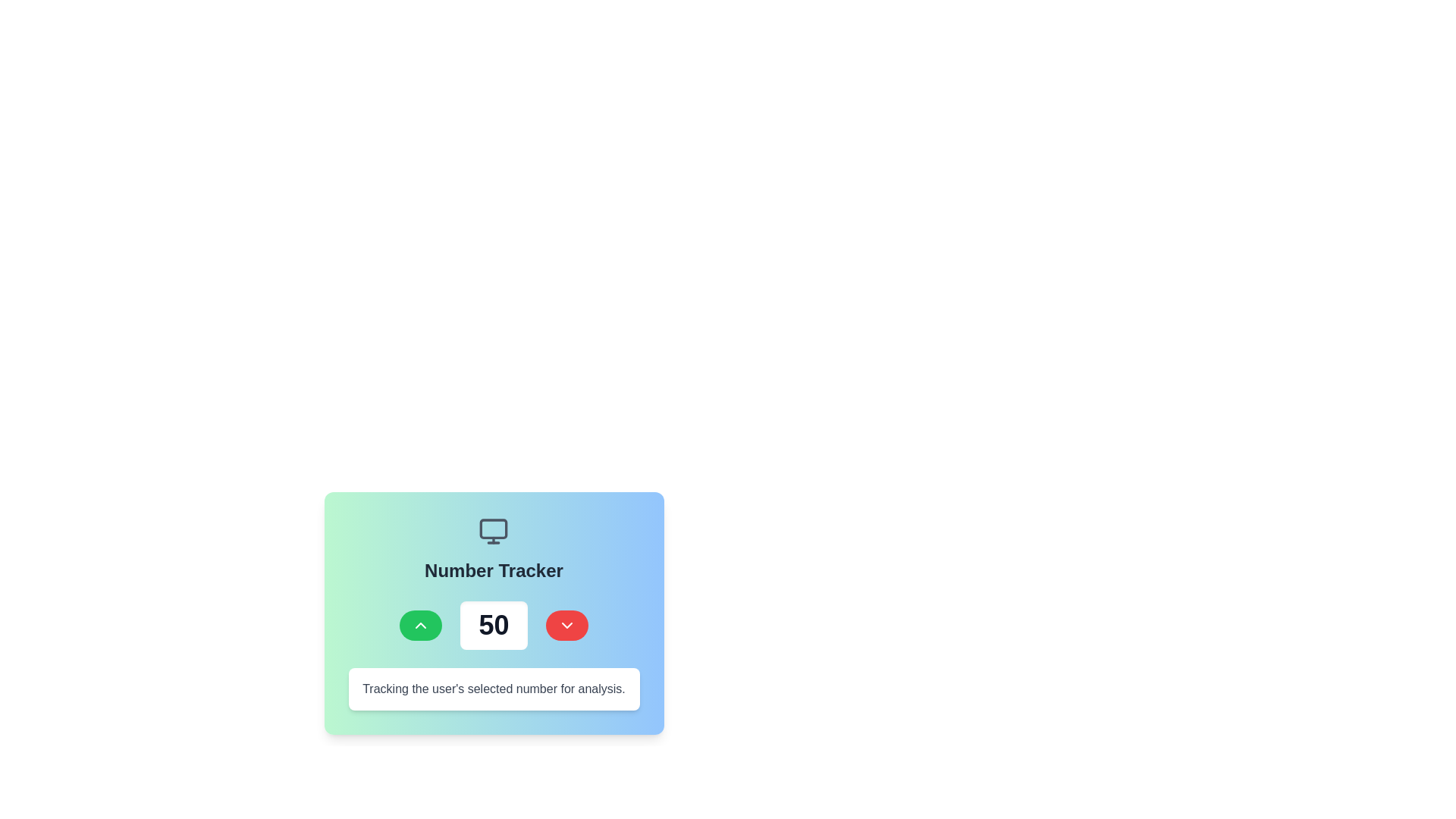 The image size is (1456, 819). I want to click on the button with an icon located to the left of the number '50' to increment the displayed number, so click(421, 626).